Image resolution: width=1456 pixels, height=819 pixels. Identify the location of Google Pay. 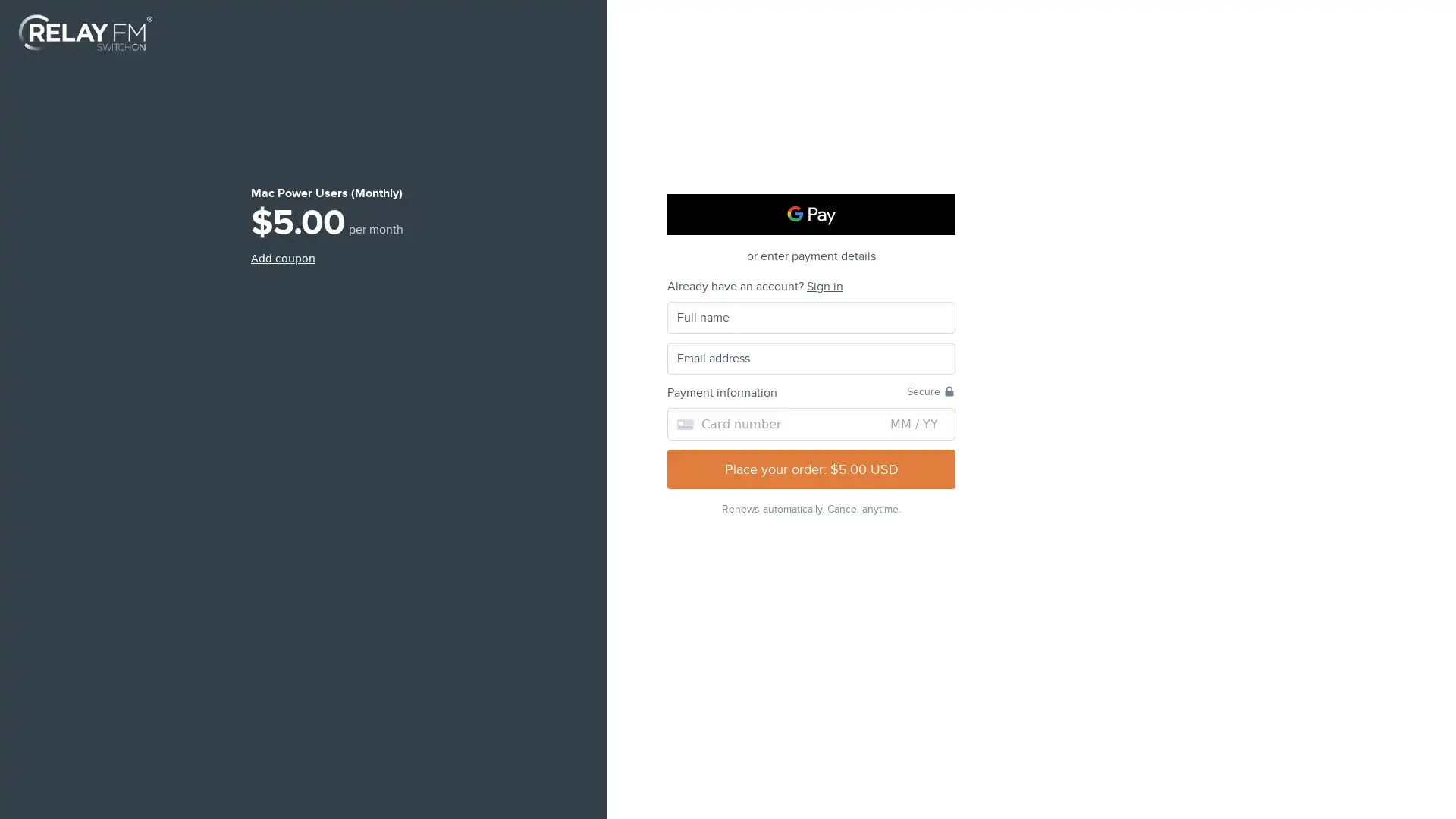
(811, 214).